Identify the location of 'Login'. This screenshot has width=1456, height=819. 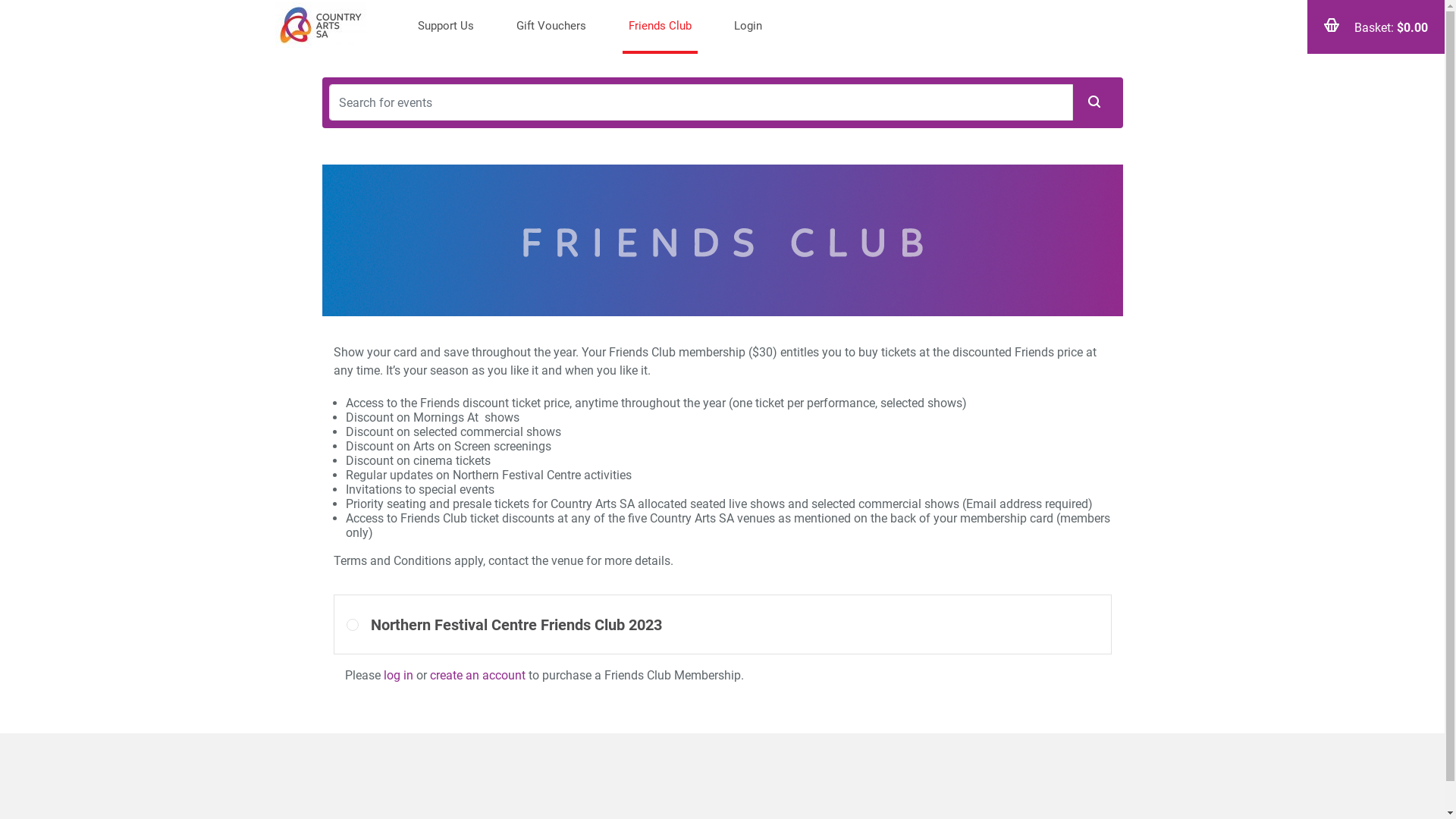
(748, 27).